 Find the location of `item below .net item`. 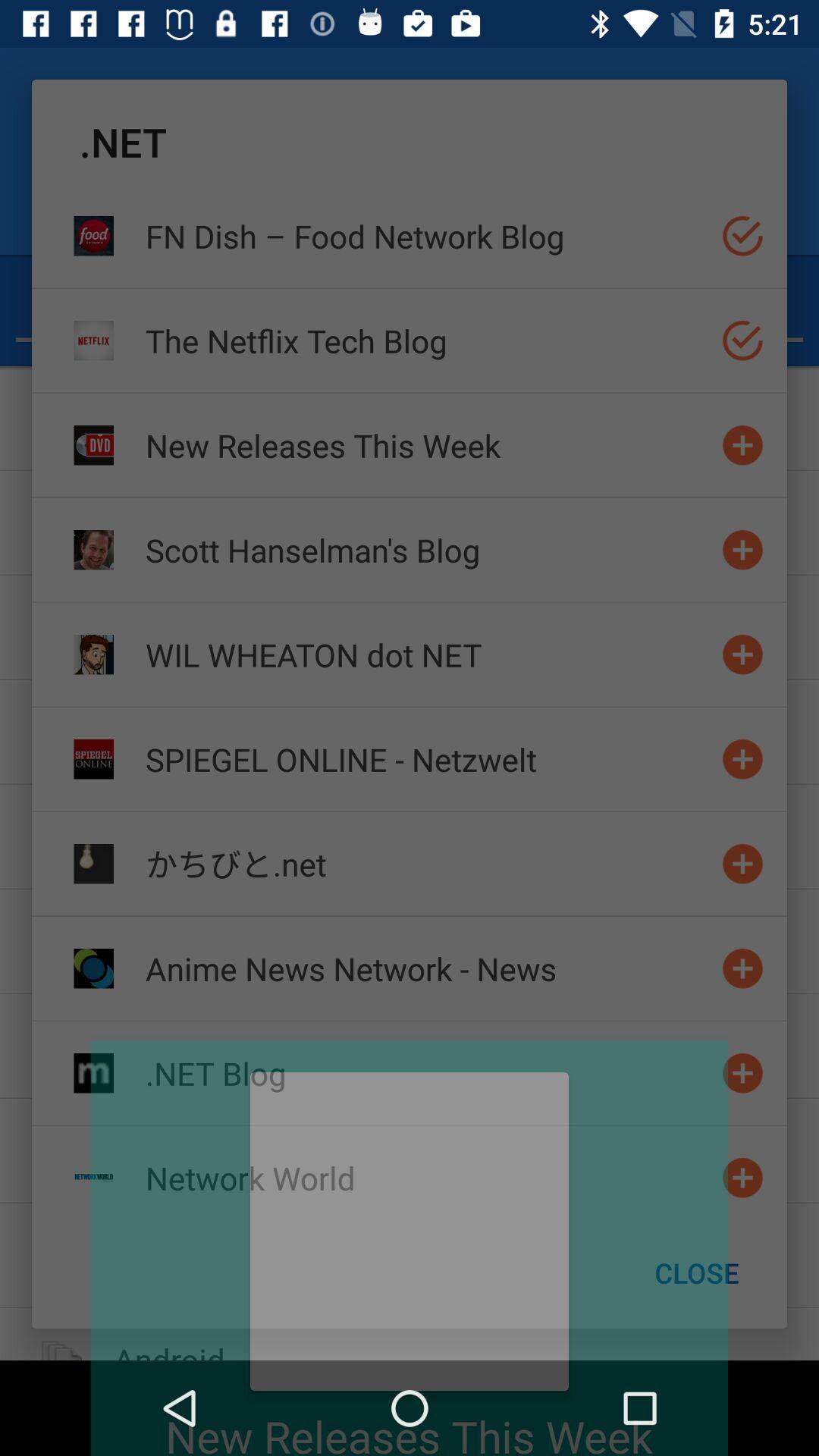

item below .net item is located at coordinates (427, 235).